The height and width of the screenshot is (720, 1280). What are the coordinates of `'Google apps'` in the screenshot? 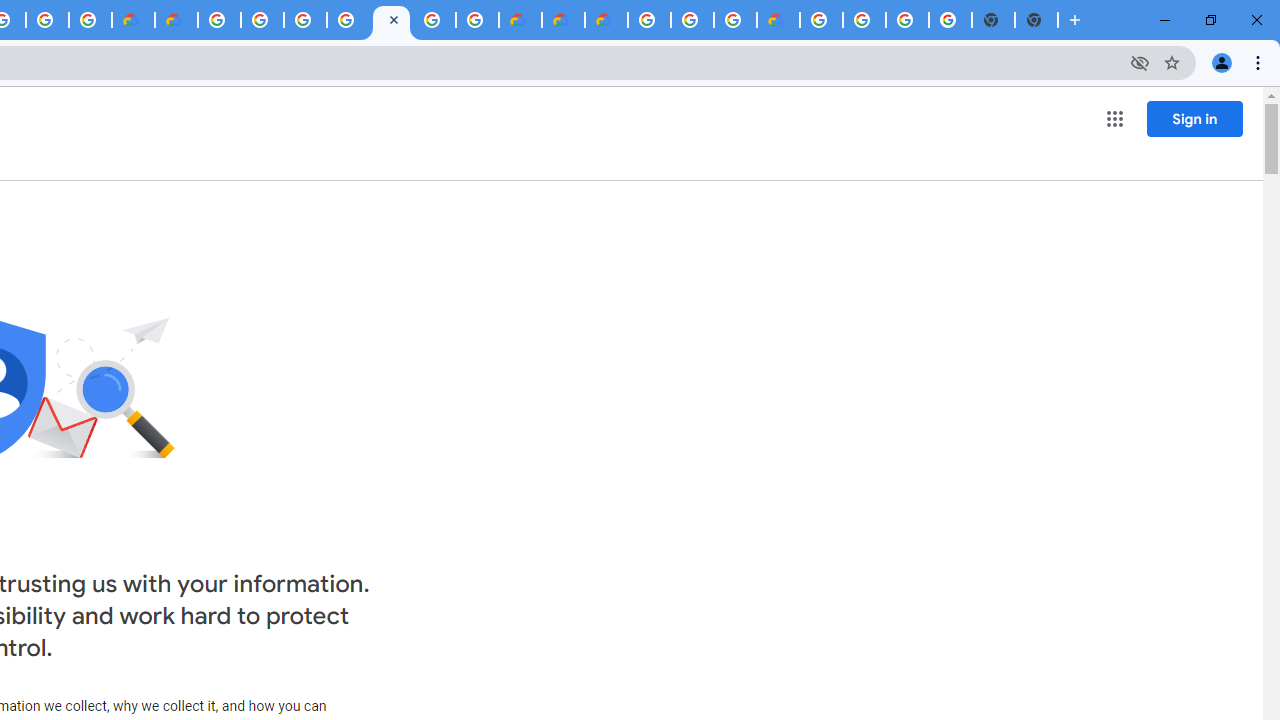 It's located at (1113, 119).